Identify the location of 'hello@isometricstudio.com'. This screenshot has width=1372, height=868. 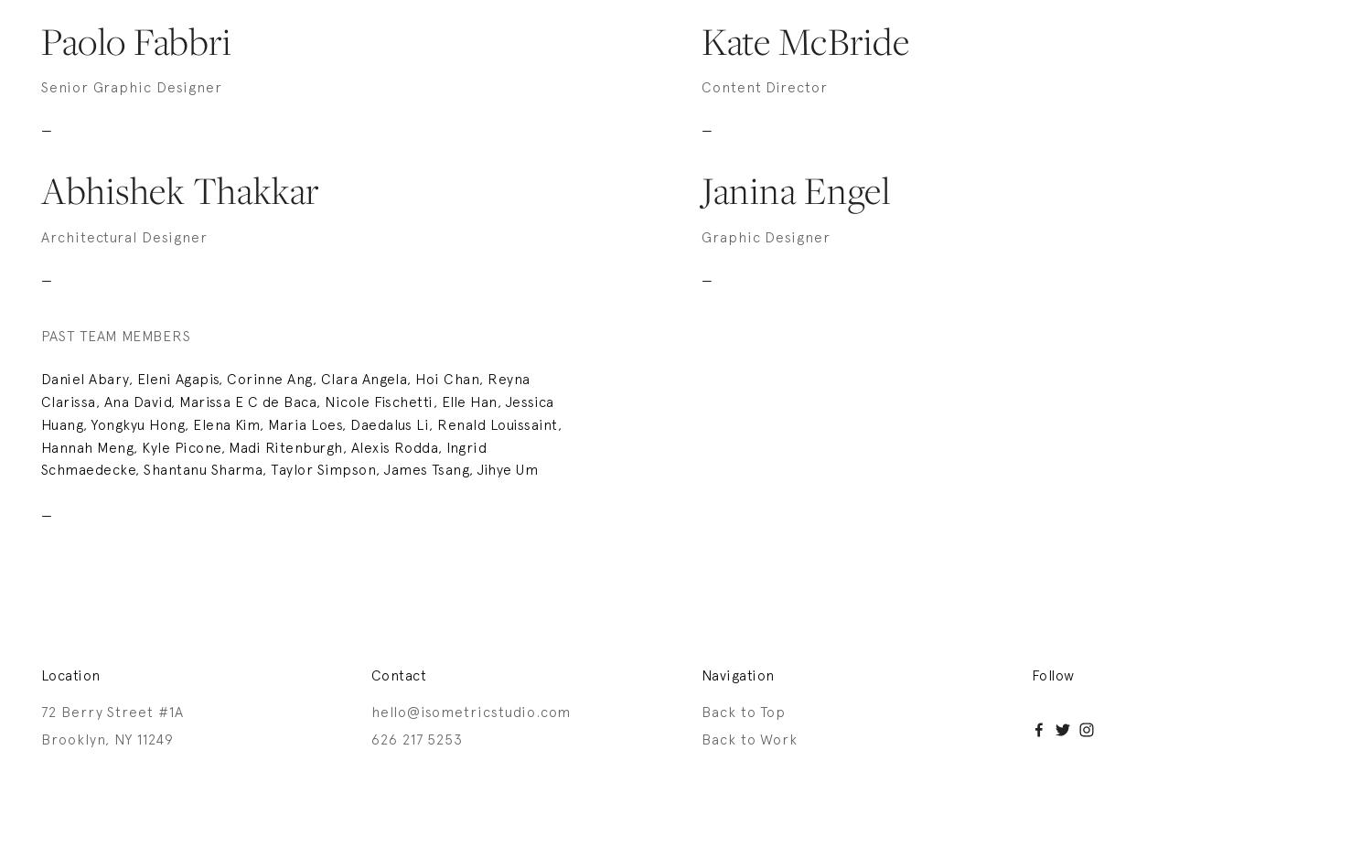
(470, 711).